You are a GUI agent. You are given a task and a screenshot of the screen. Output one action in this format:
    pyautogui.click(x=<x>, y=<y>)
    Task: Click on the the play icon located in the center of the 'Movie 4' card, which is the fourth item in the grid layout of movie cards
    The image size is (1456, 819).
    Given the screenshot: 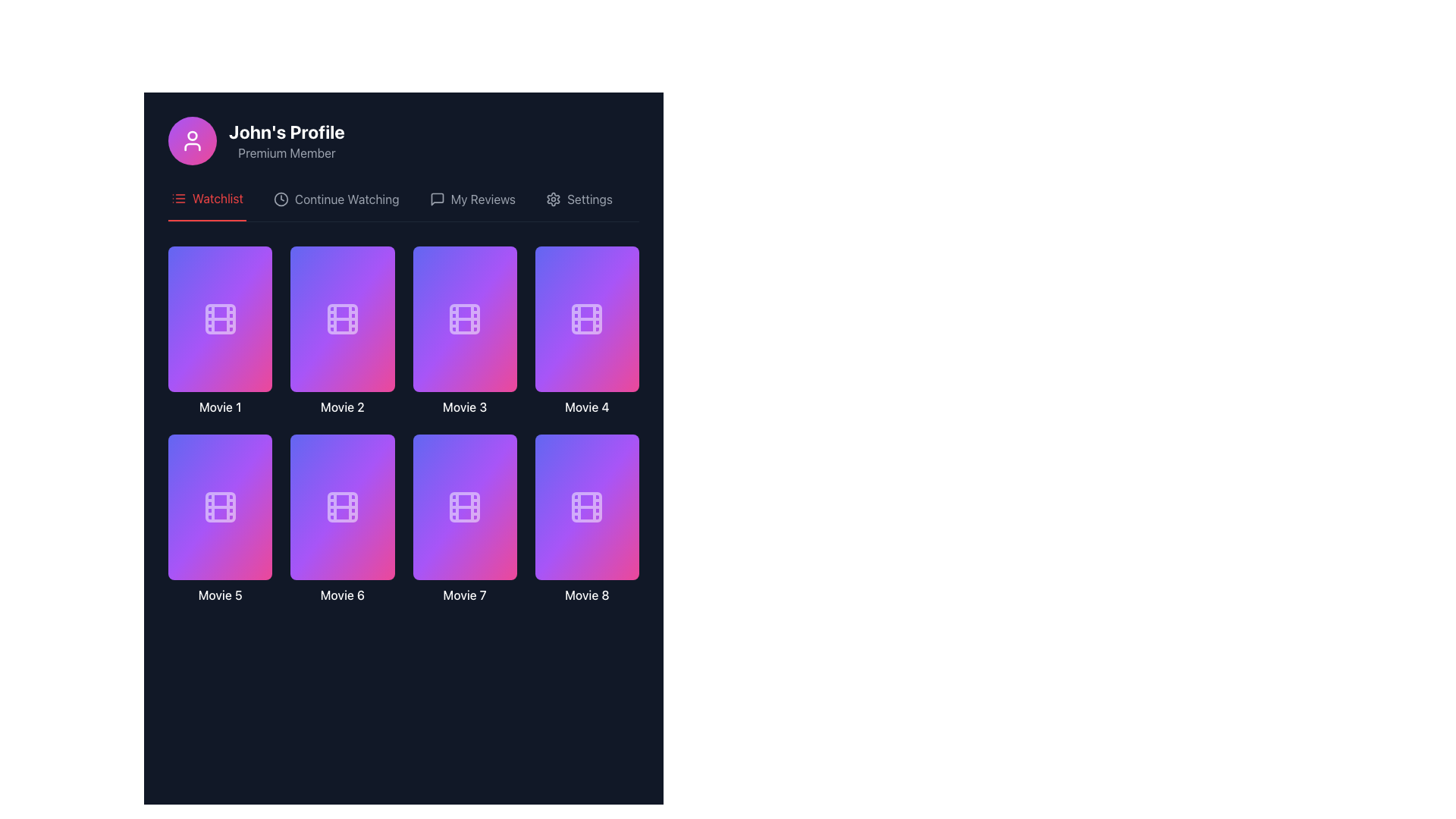 What is the action you would take?
    pyautogui.click(x=587, y=311)
    